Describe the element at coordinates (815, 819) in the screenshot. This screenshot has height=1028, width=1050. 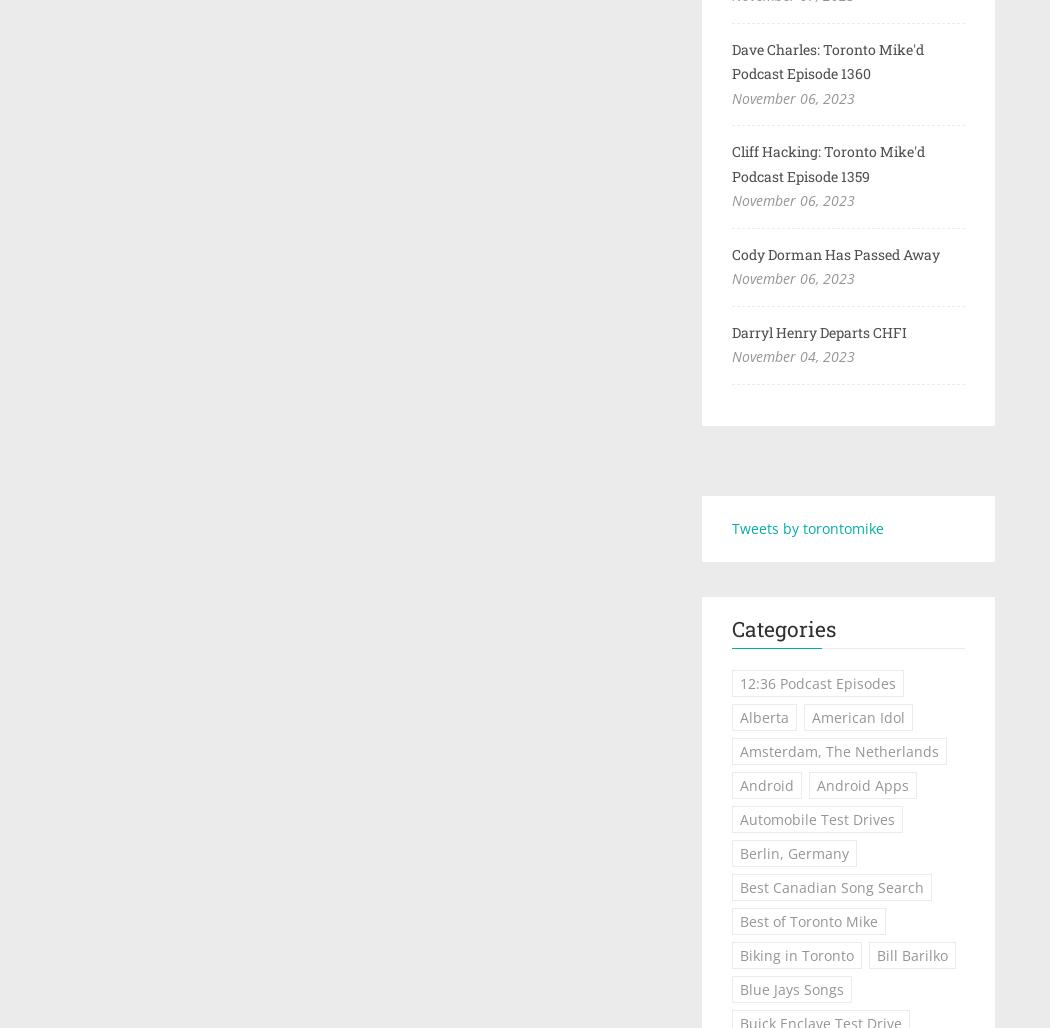
I see `'Automobile Test Drives'` at that location.